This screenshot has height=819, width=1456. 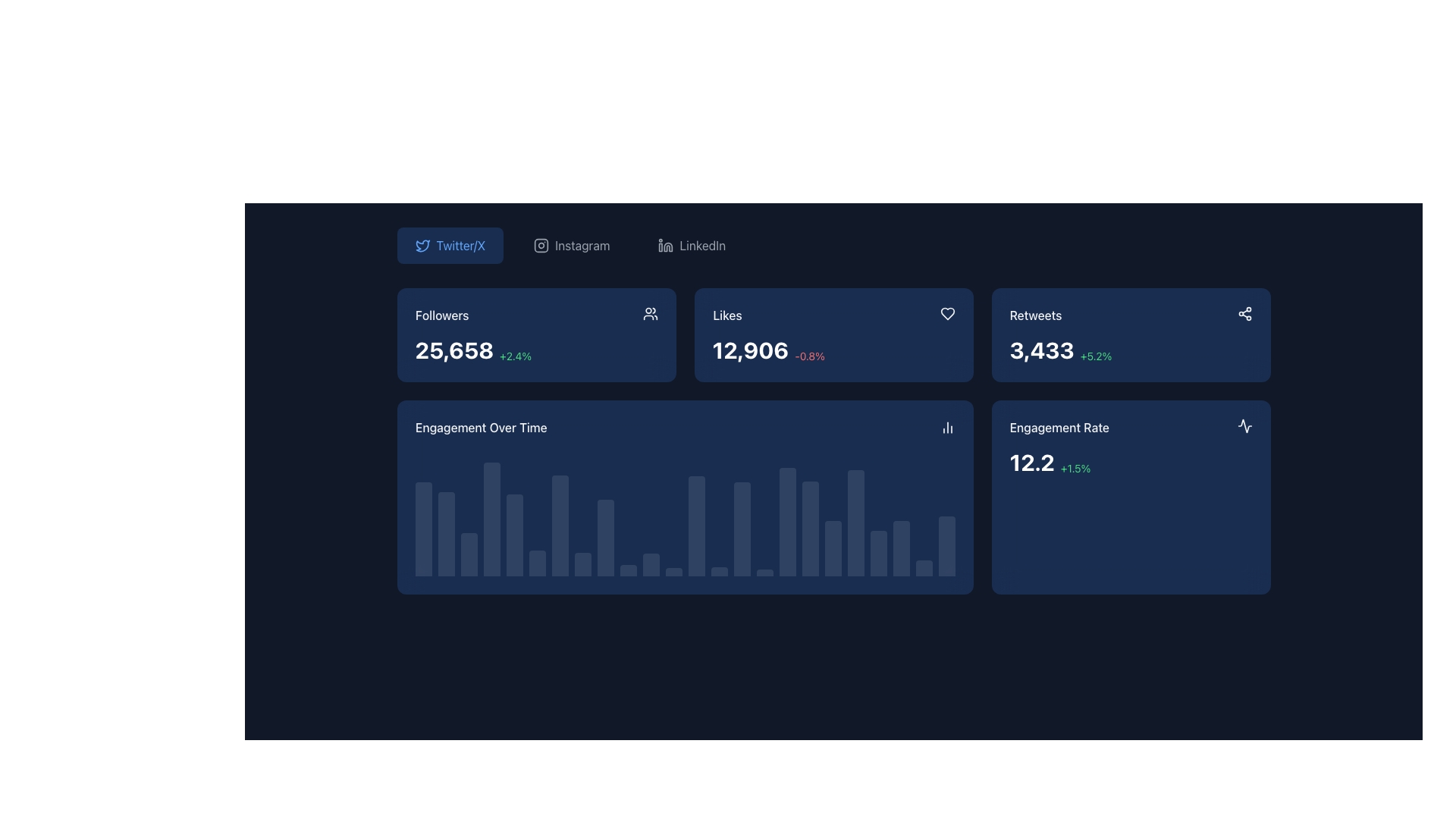 What do you see at coordinates (901, 548) in the screenshot?
I see `the 23rd column of the 'Engagement Over Time' bar chart, which visually represents a specific data point` at bounding box center [901, 548].